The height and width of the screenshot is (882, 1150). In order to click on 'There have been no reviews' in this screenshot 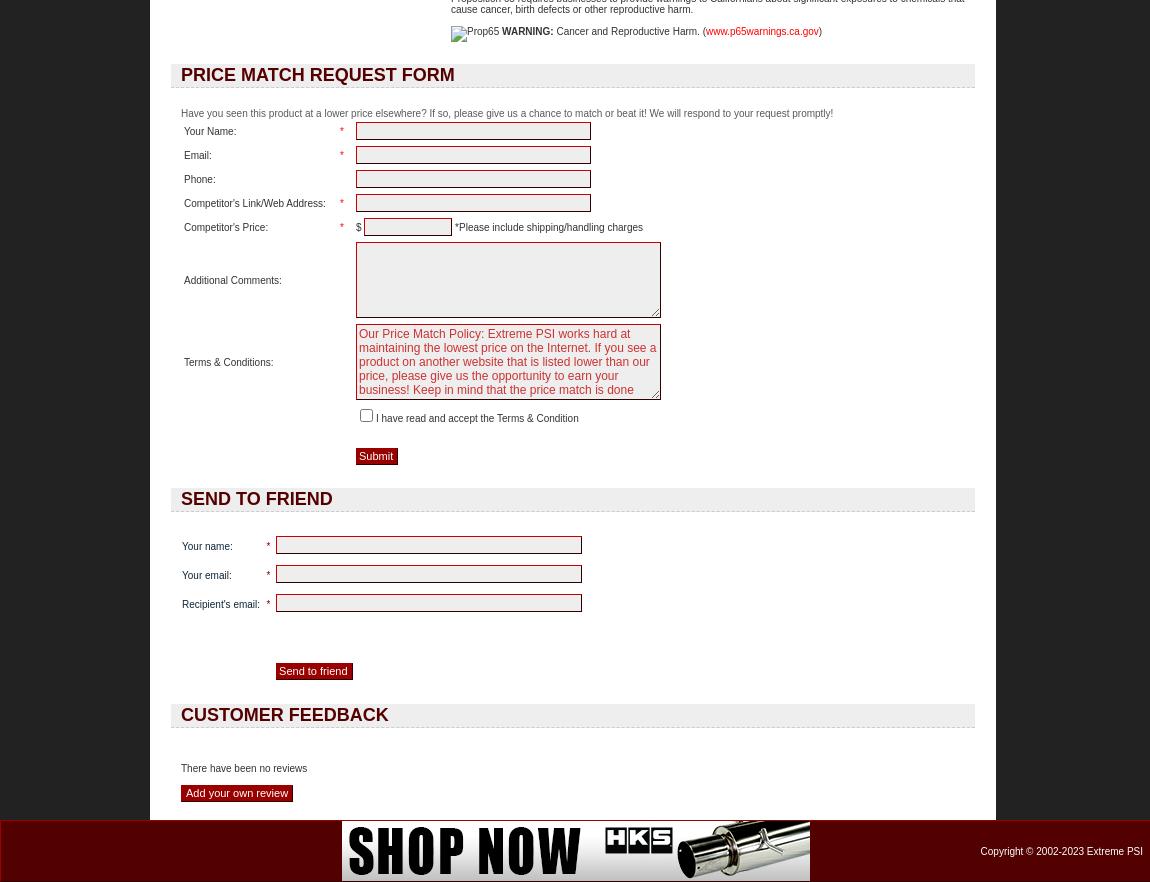, I will do `click(180, 768)`.